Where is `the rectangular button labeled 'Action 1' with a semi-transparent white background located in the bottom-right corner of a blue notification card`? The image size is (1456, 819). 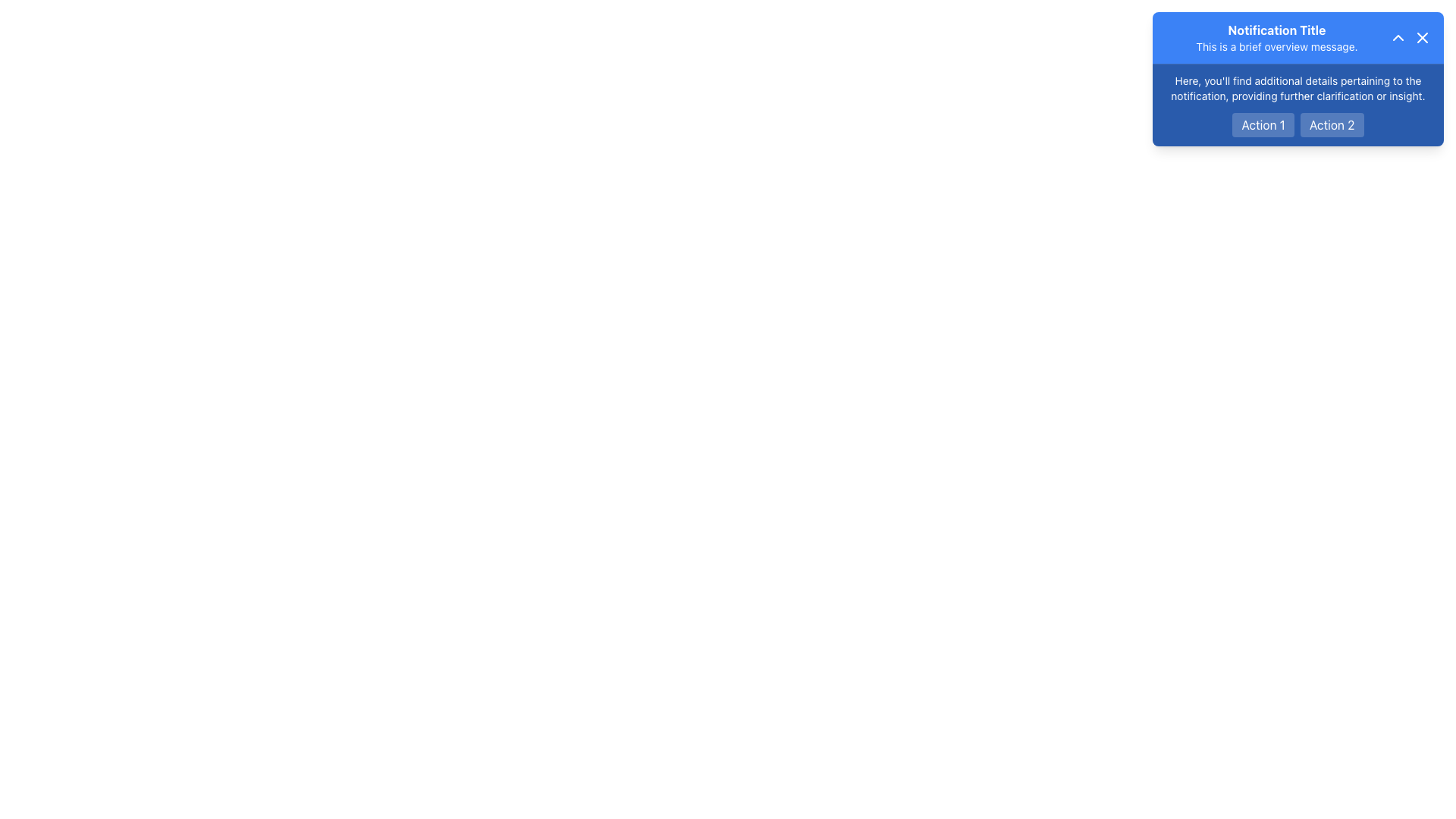
the rectangular button labeled 'Action 1' with a semi-transparent white background located in the bottom-right corner of a blue notification card is located at coordinates (1263, 124).